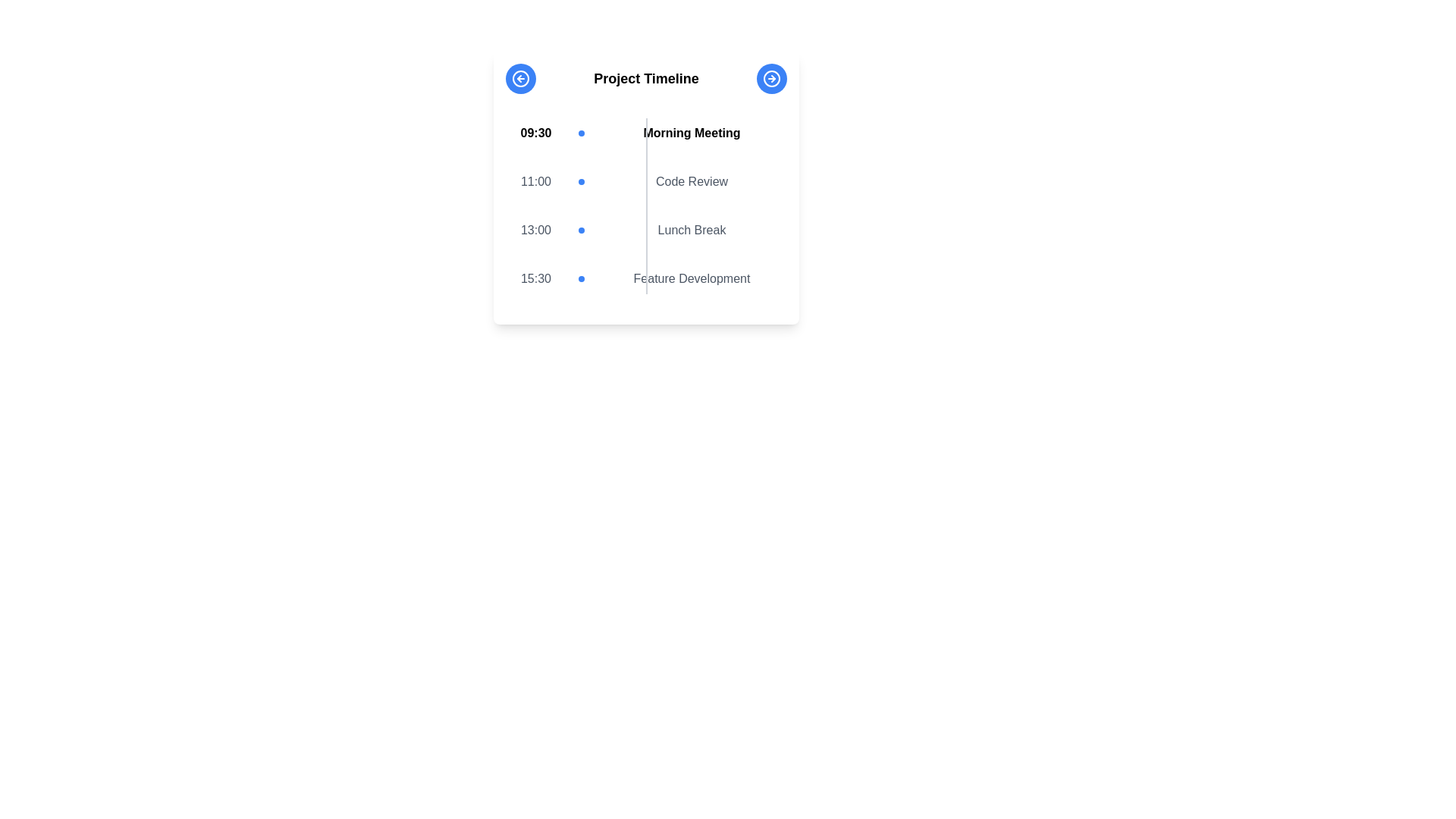 The image size is (1456, 819). Describe the element at coordinates (520, 79) in the screenshot. I see `the navigation button located in the top-left region of the 'Project Timeline' card` at that location.